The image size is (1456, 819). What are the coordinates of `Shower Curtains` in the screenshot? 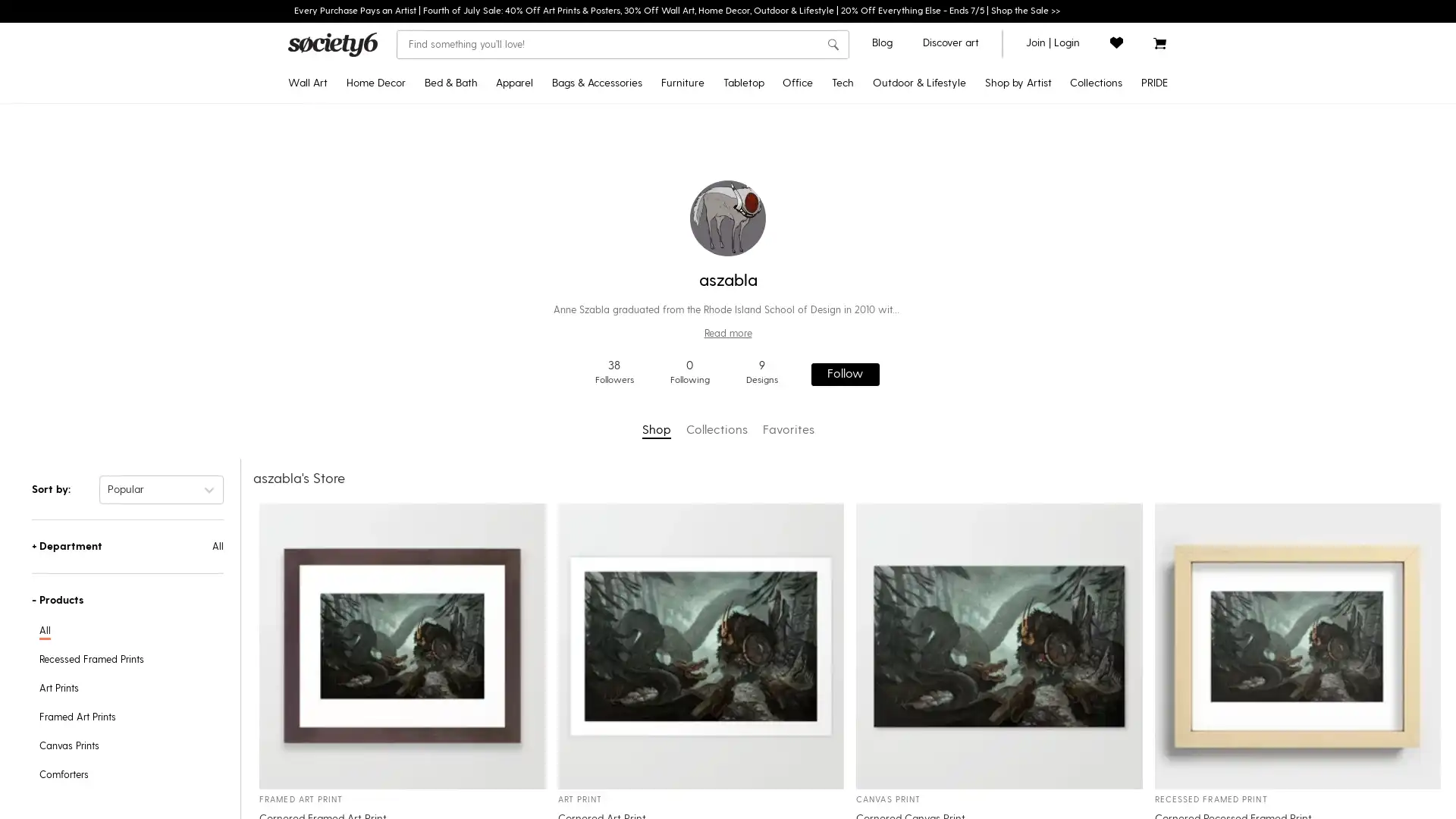 It's located at (483, 194).